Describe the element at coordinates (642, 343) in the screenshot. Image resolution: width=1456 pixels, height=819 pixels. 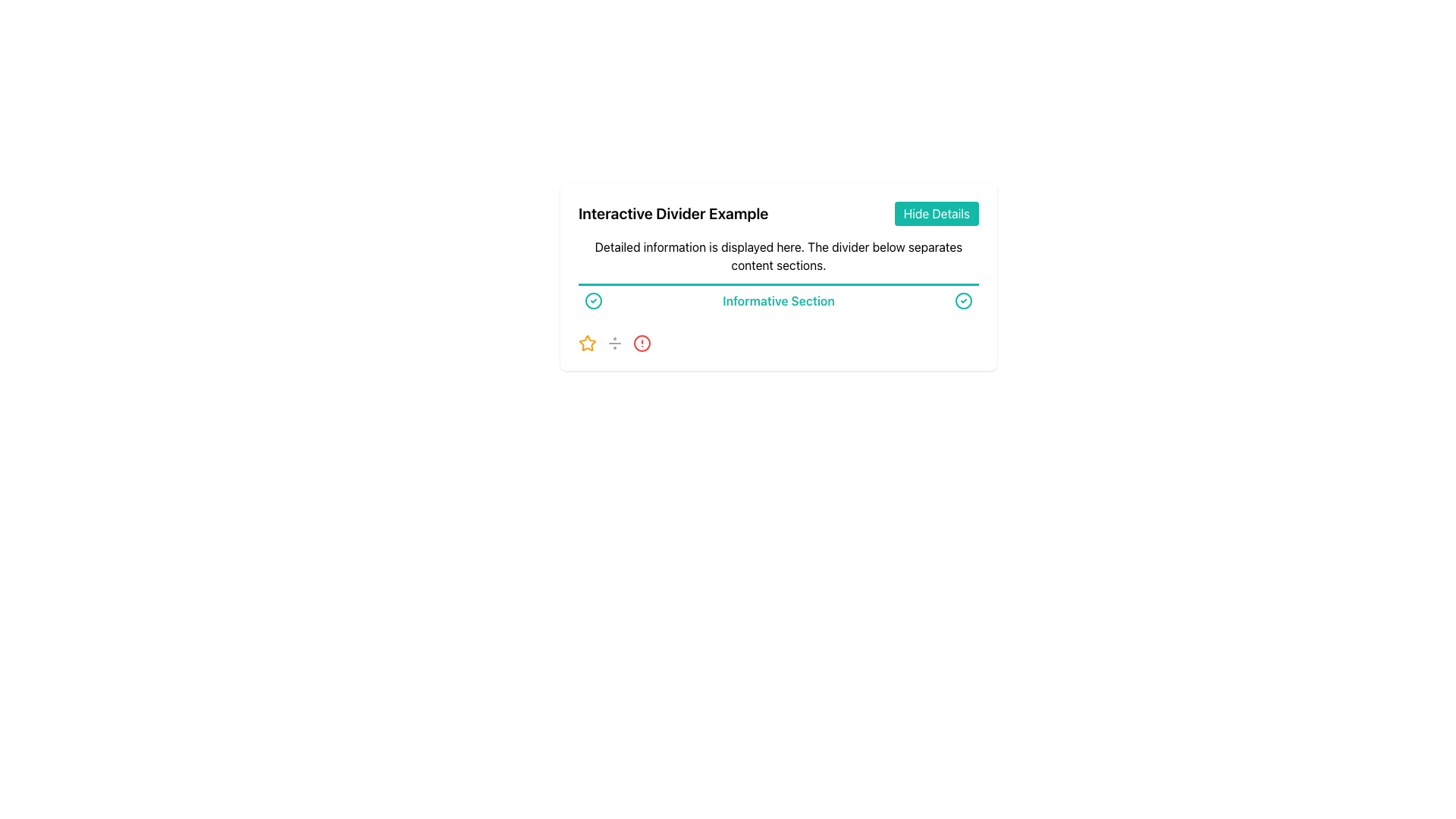
I see `the circular SVG element that serves as part of the alert icon, positioned third from the left in the row below the 'Informative Section' label` at that location.